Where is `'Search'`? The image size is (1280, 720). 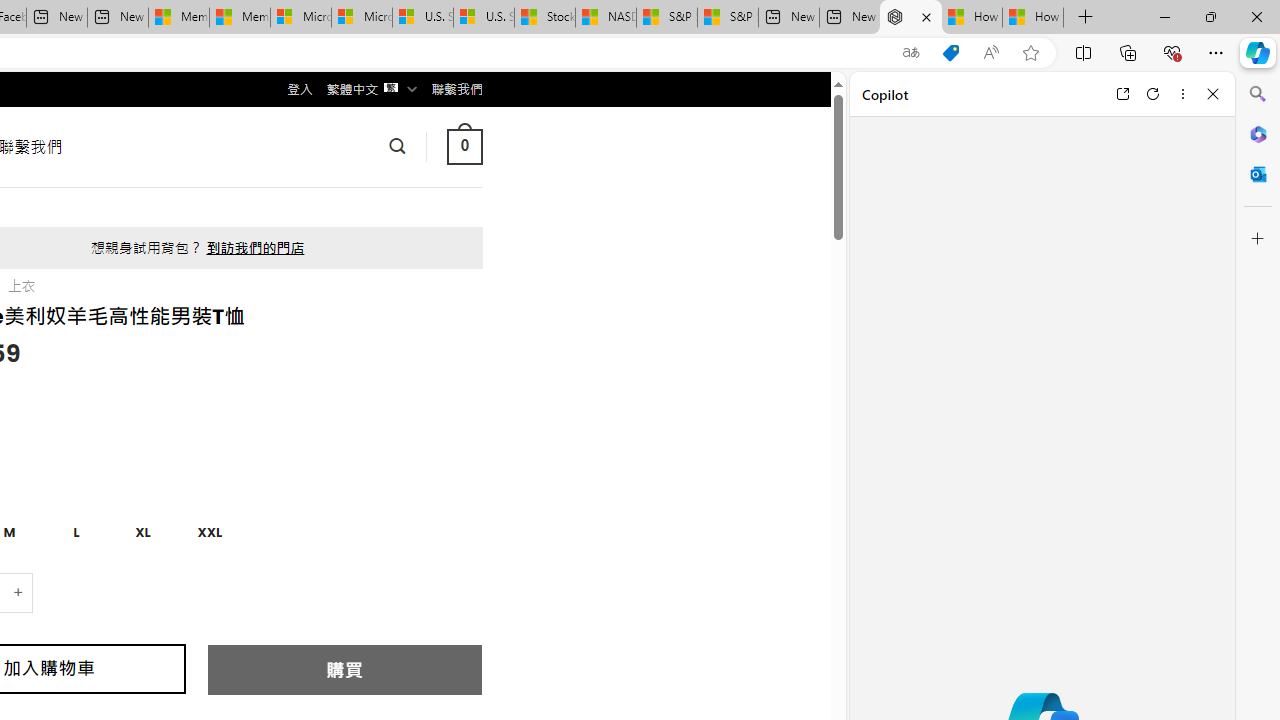
'Search' is located at coordinates (1257, 94).